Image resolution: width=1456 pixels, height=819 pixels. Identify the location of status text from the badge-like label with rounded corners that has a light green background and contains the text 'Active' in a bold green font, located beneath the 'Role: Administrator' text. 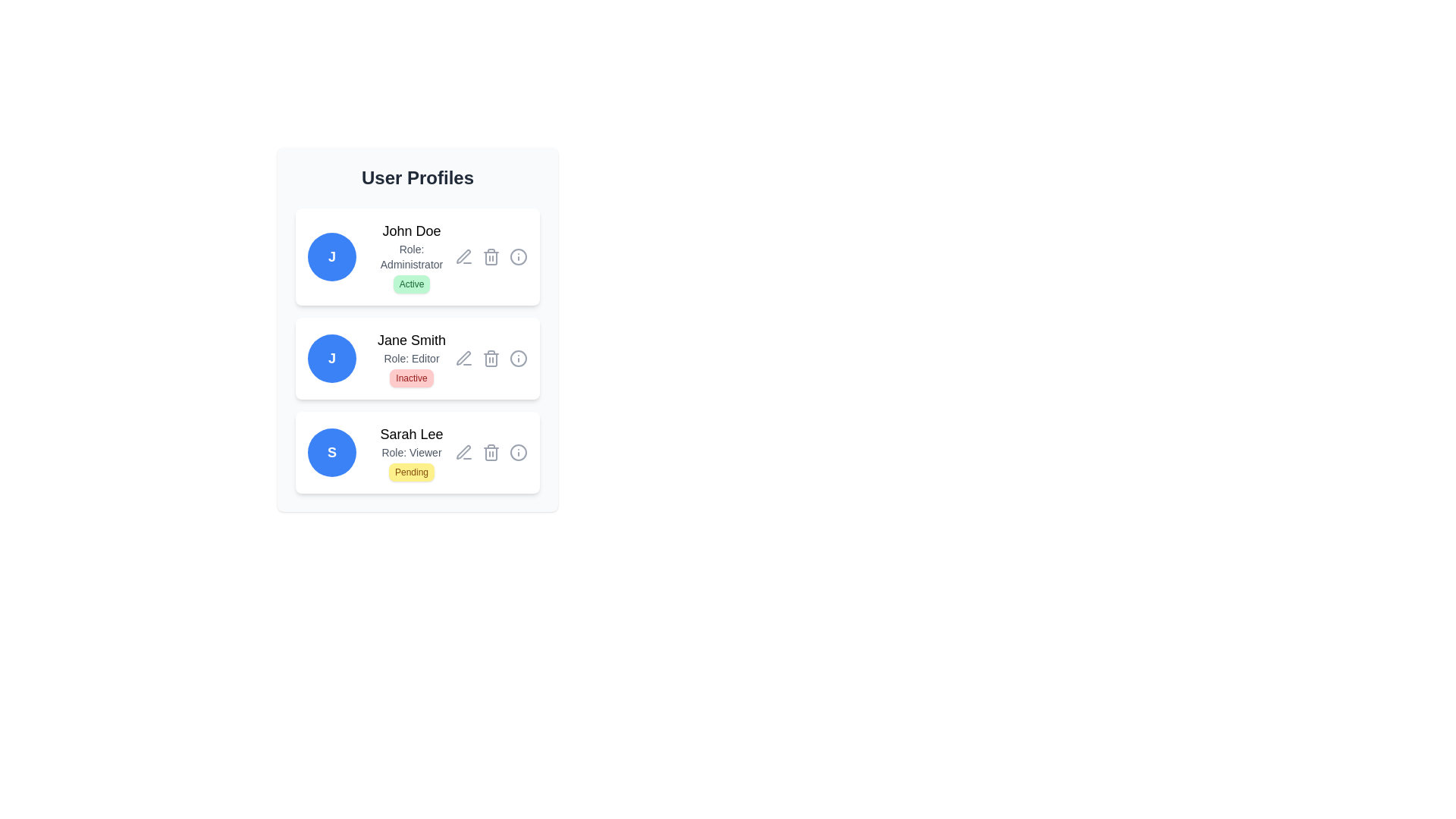
(411, 284).